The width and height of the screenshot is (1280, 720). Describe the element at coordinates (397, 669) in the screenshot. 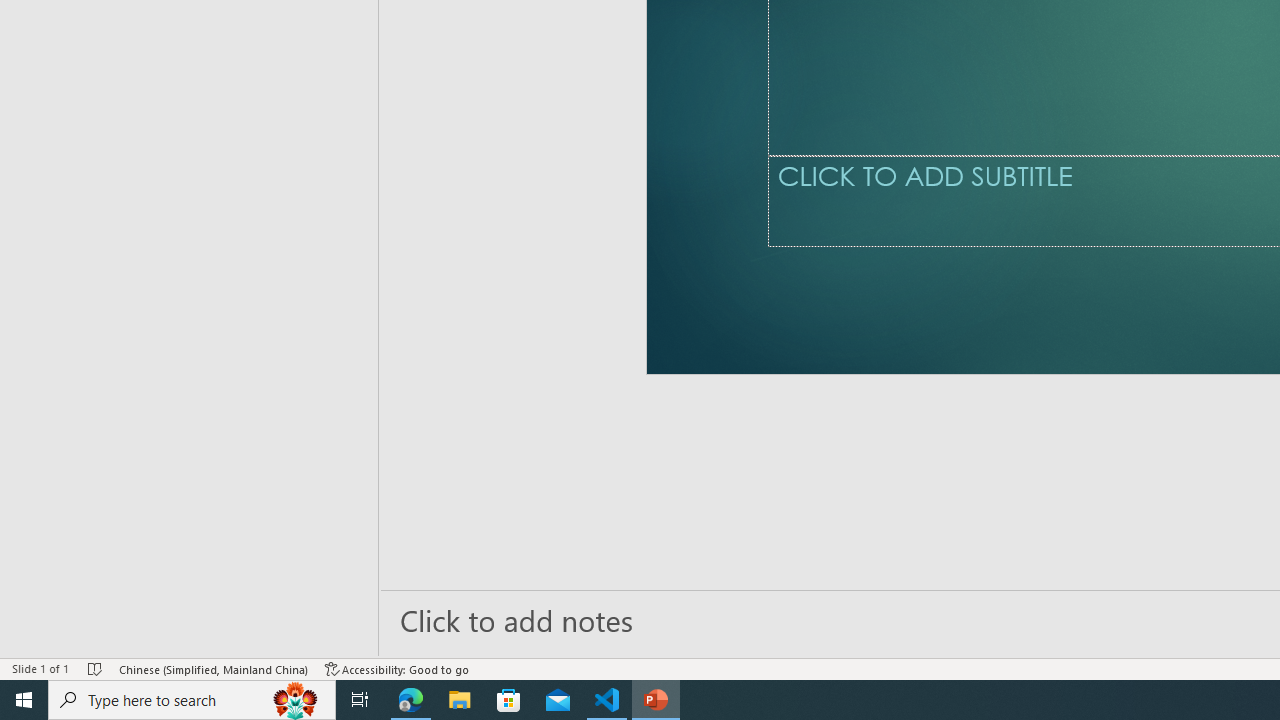

I see `'Accessibility Checker Accessibility: Good to go'` at that location.